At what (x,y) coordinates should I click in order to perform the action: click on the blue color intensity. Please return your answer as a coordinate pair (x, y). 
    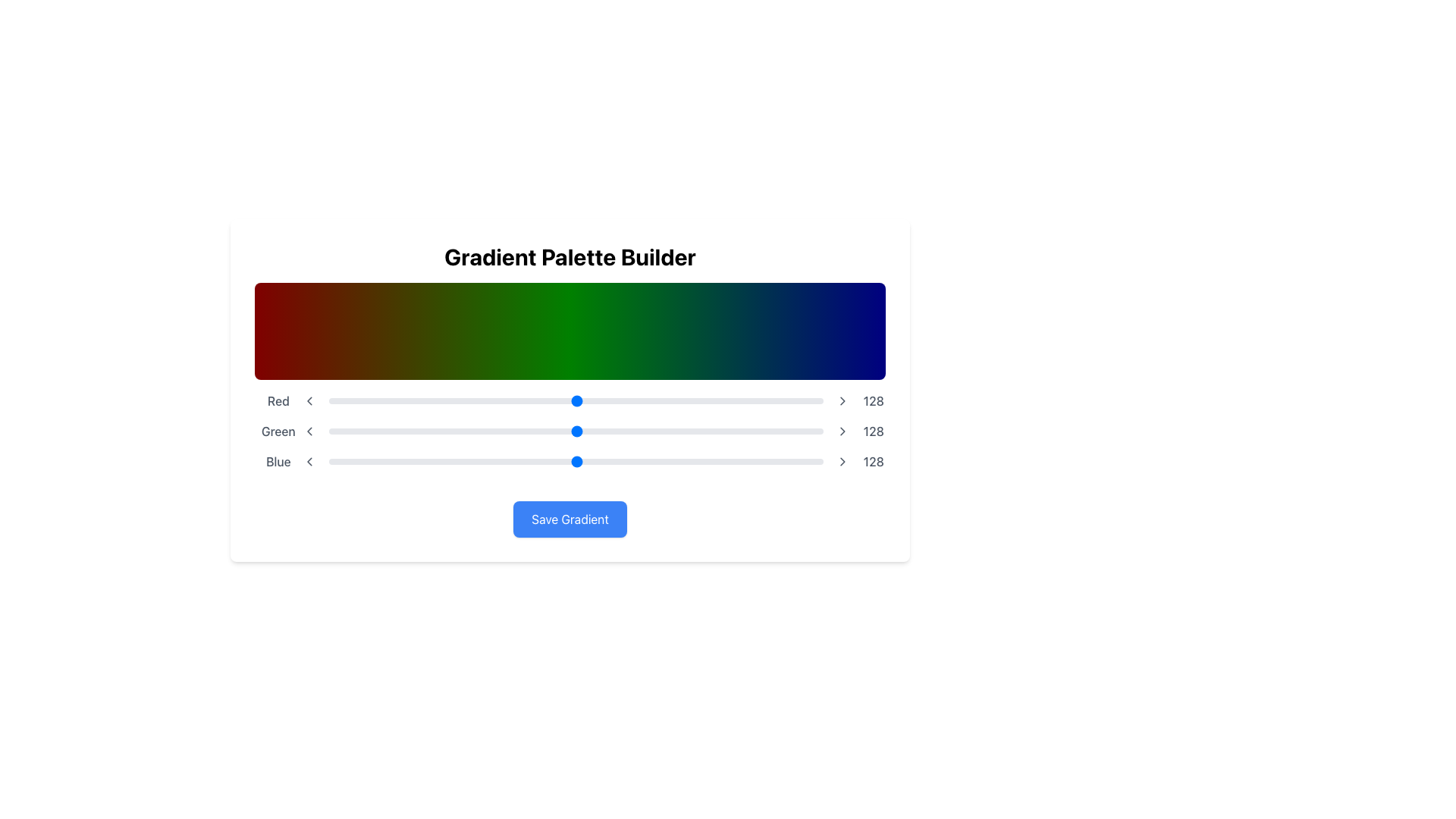
    Looking at the image, I should click on (341, 458).